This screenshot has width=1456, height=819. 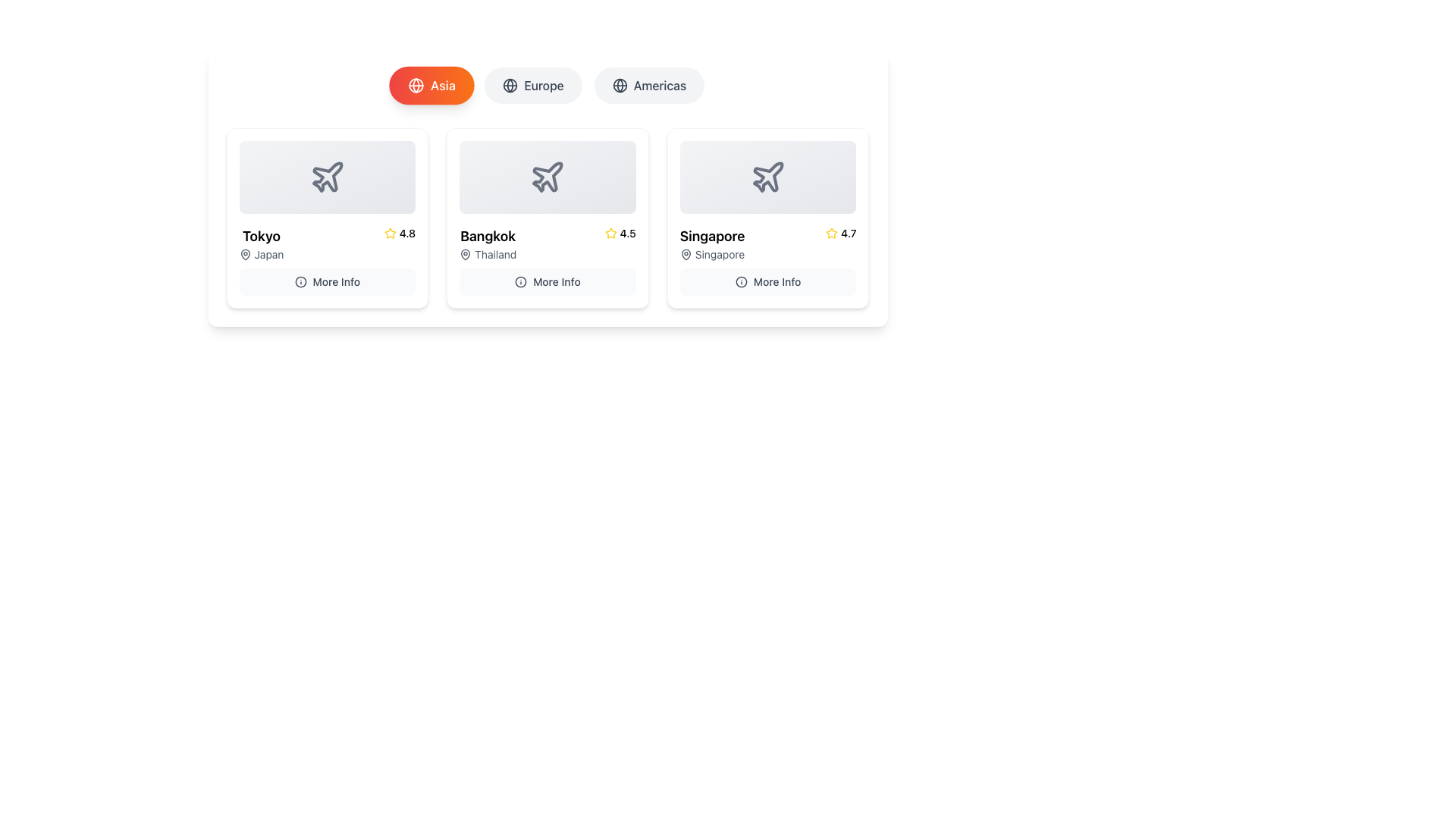 I want to click on the geographical location icon positioned at the top left corner of the card for 'Singapore', which enhances the textual information with a recognizable symbol, so click(x=685, y=253).